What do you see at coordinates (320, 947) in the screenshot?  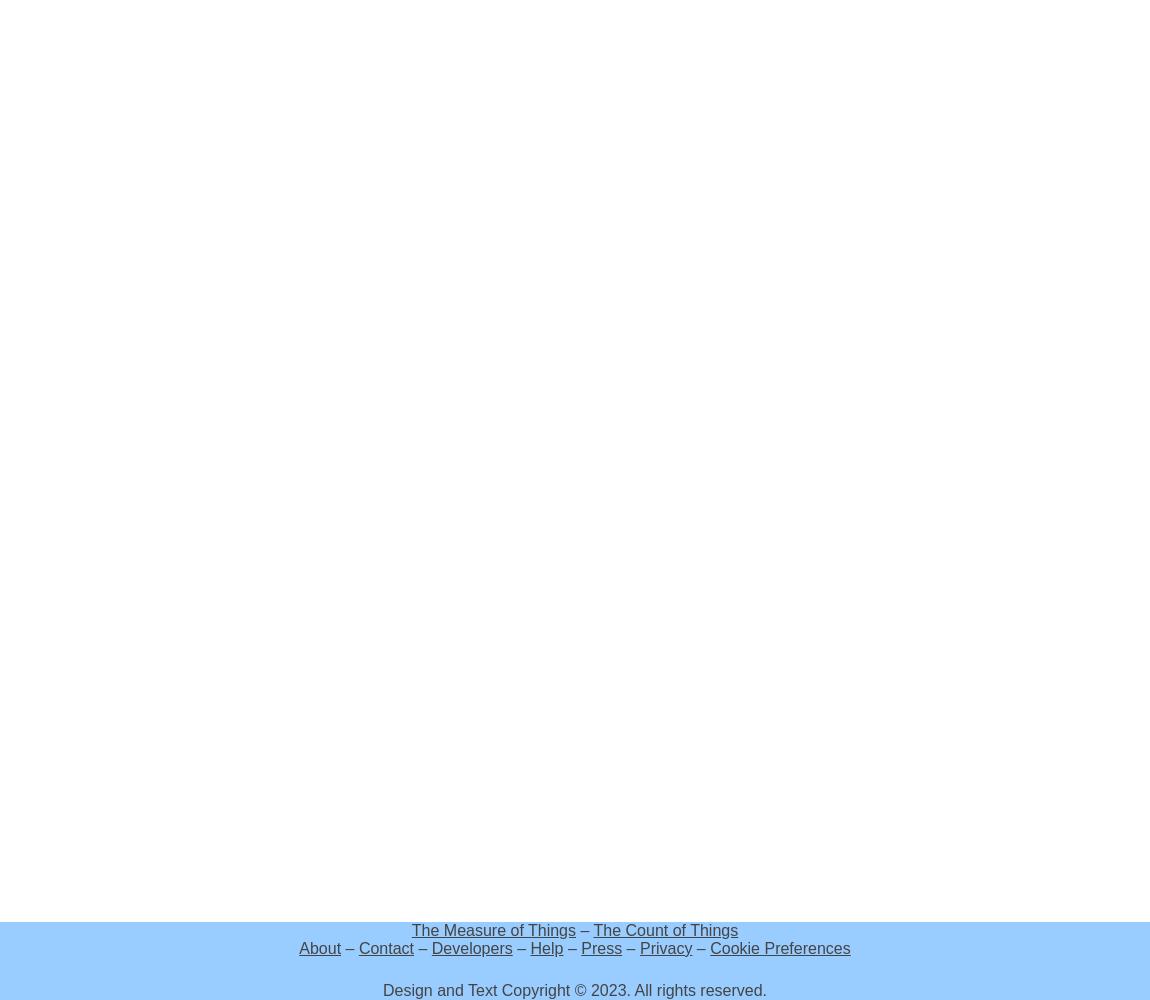 I see `'About'` at bounding box center [320, 947].